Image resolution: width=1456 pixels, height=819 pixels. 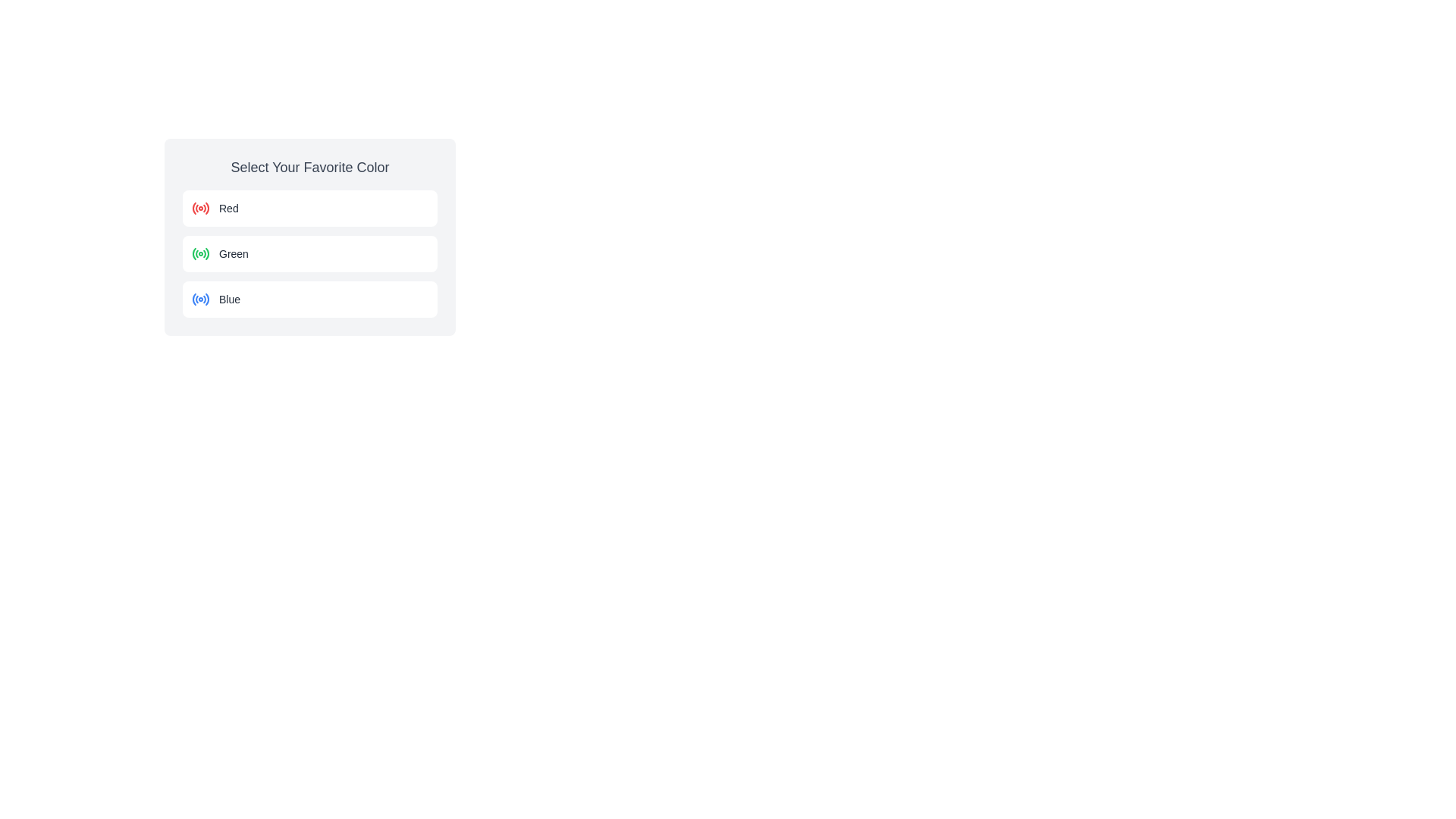 What do you see at coordinates (309, 299) in the screenshot?
I see `the third selectable option in the list, which is the radio option labeled 'Blue'` at bounding box center [309, 299].